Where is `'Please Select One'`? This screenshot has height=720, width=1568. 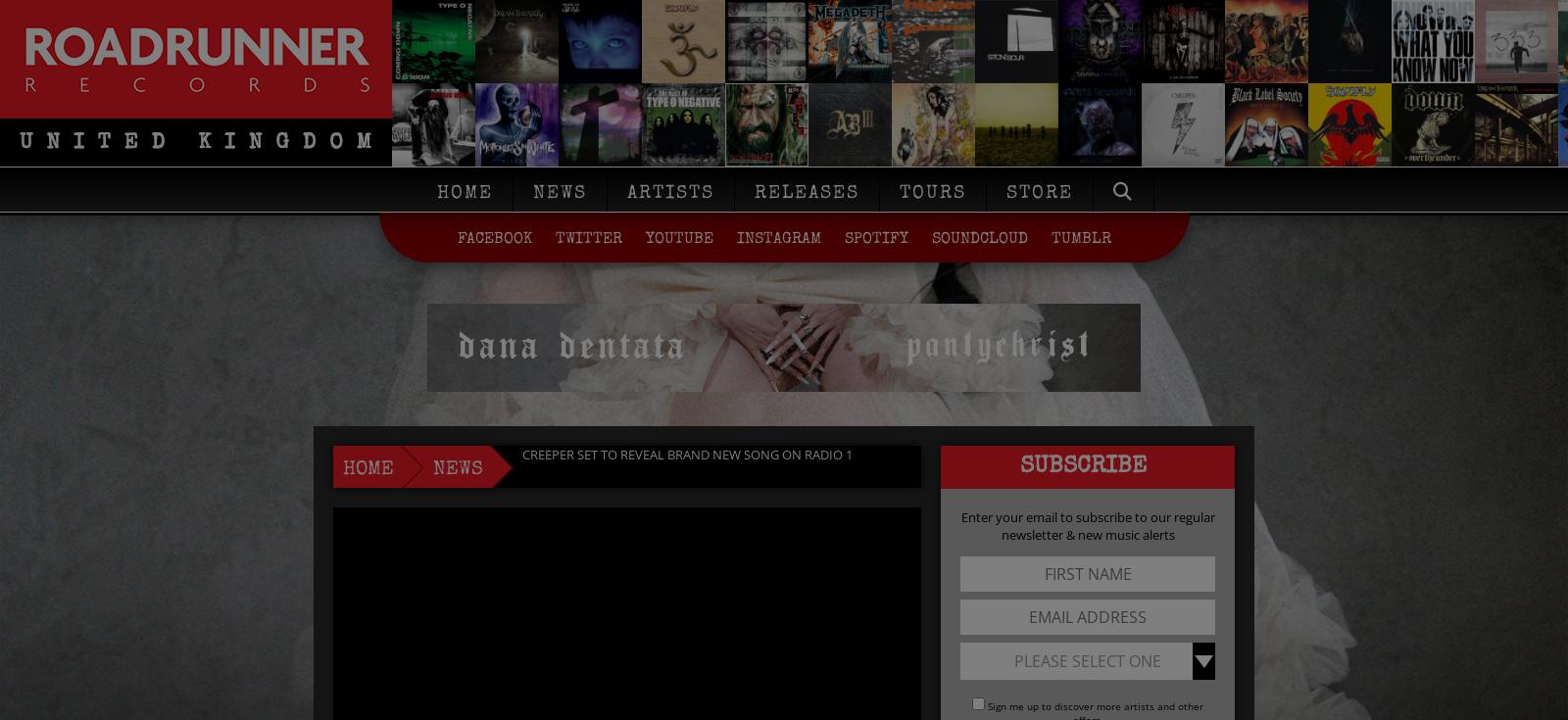
'Please Select One' is located at coordinates (1014, 660).